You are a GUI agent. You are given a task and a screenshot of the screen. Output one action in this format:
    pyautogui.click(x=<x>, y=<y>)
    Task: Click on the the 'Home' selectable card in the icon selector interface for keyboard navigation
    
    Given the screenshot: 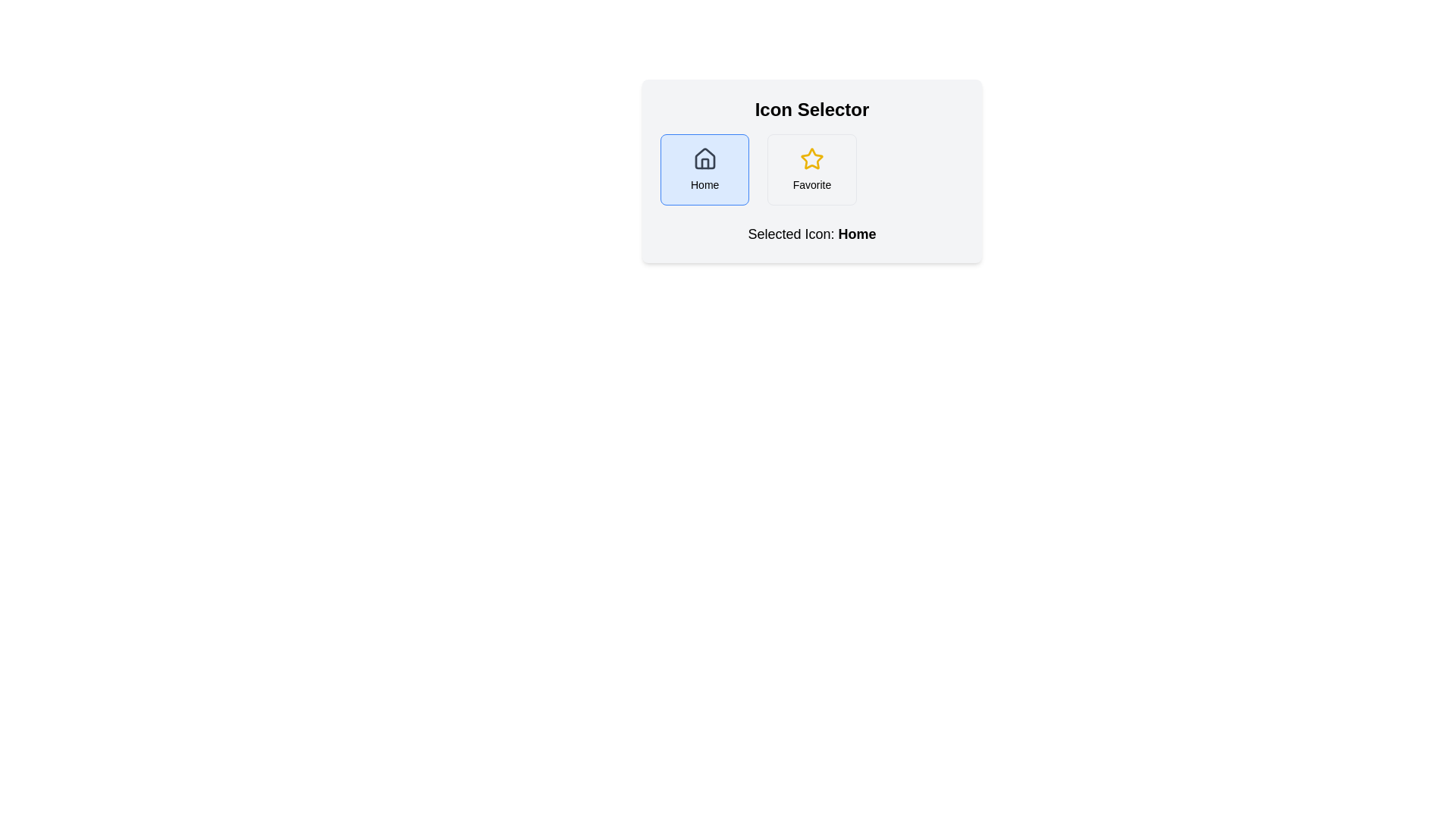 What is the action you would take?
    pyautogui.click(x=704, y=169)
    